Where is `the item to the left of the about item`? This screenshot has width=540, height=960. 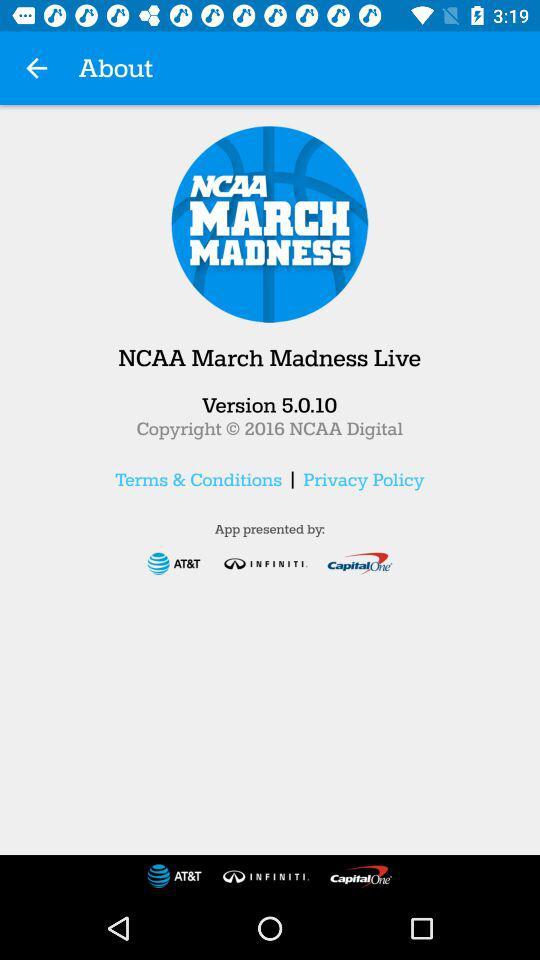 the item to the left of the about item is located at coordinates (36, 68).